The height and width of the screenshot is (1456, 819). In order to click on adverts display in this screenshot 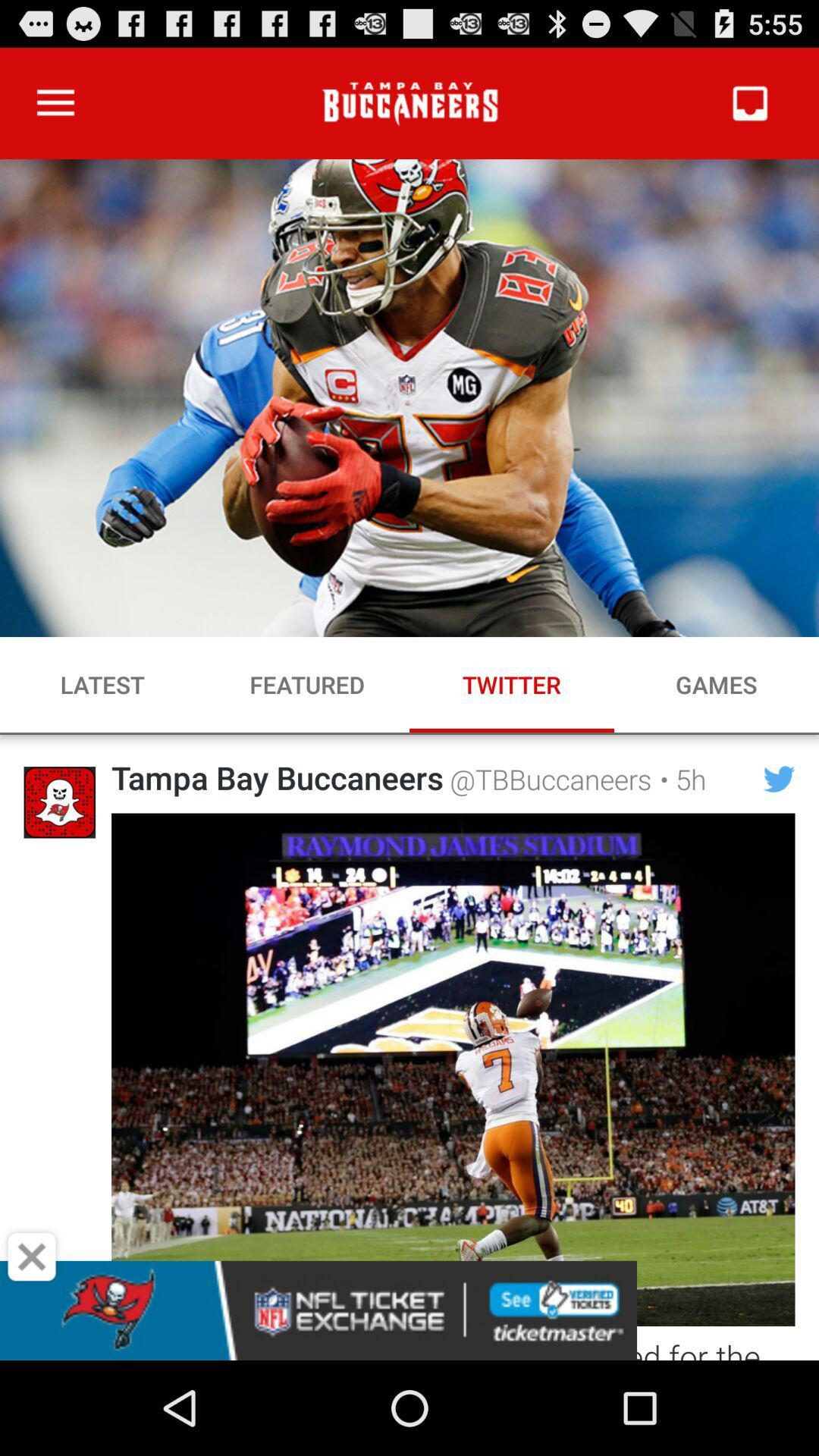, I will do `click(409, 1310)`.